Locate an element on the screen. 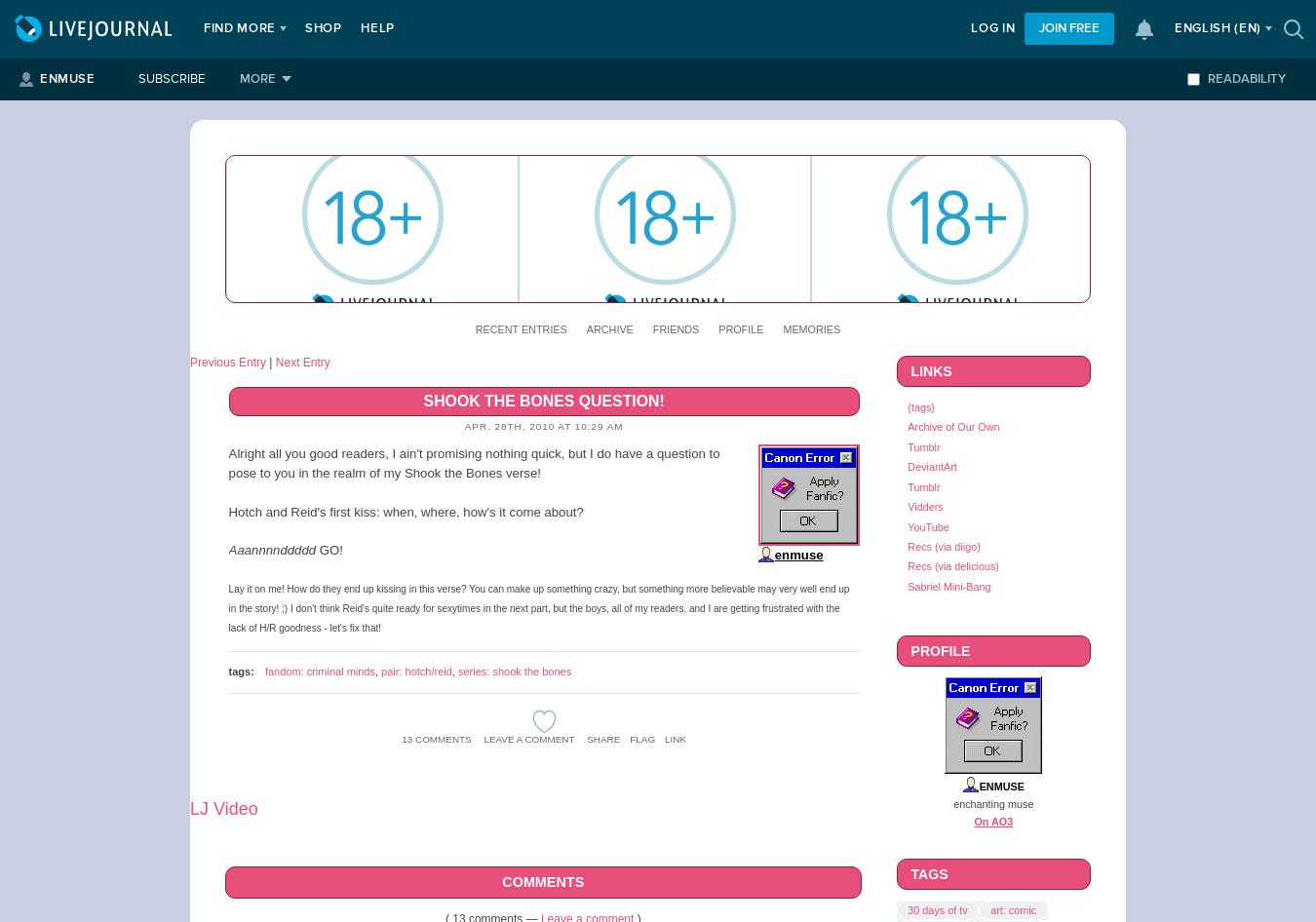 The image size is (1316, 922). 'Archive' is located at coordinates (609, 329).